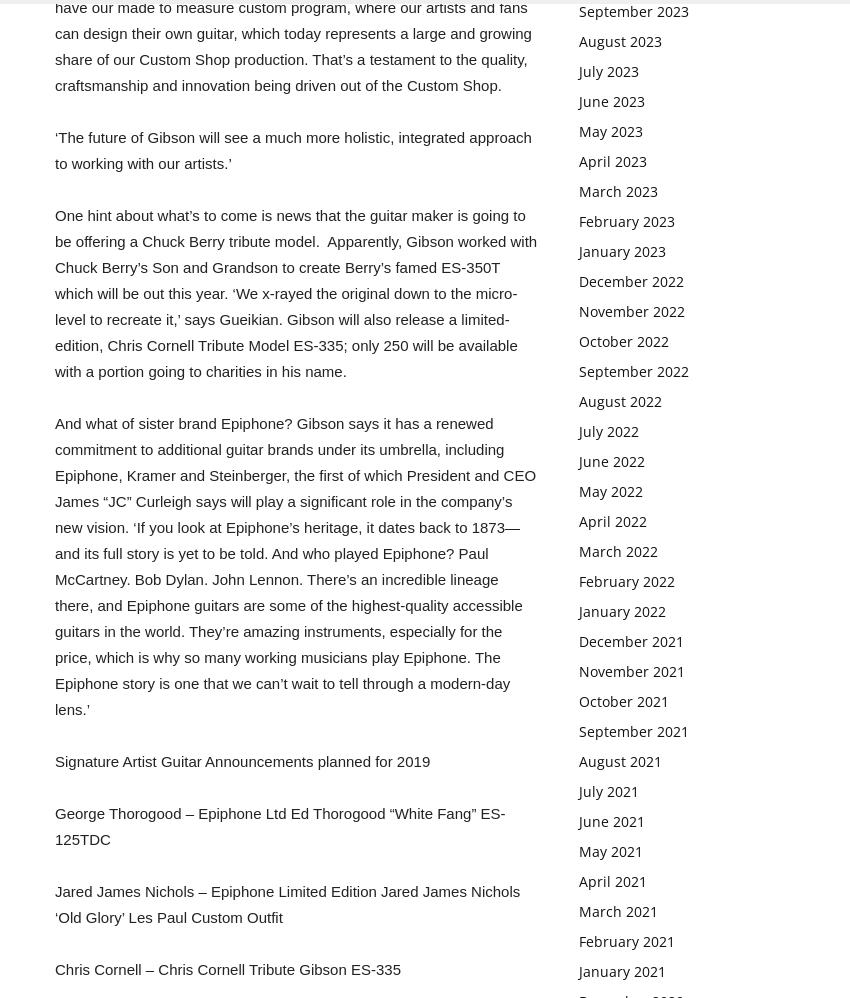 This screenshot has height=998, width=850. Describe the element at coordinates (617, 190) in the screenshot. I see `'March 2023'` at that location.